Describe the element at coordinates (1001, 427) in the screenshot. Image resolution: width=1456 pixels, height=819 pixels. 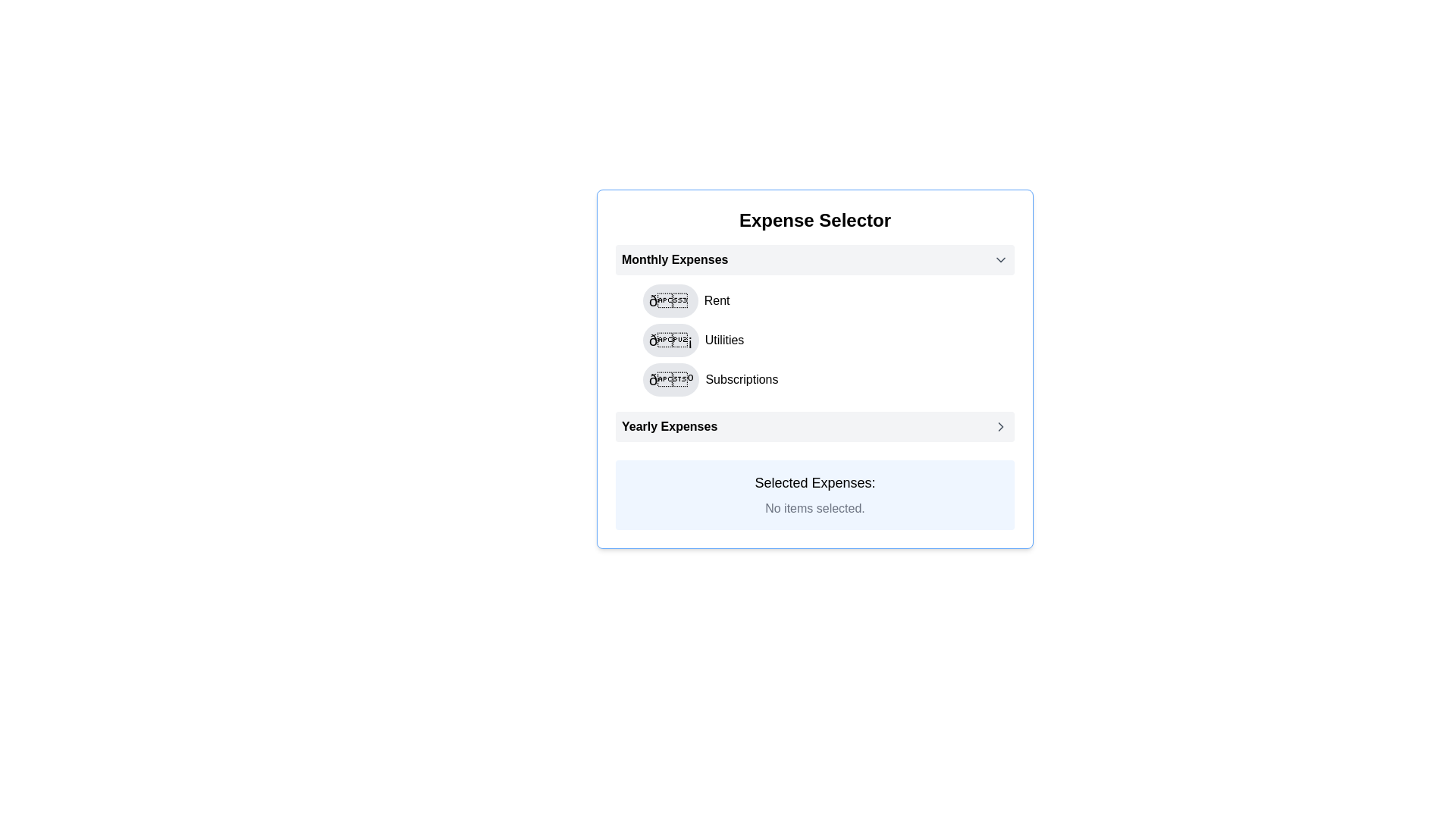
I see `the Right-facing Chevron Icon located at the right end of the 'Yearly Expenses' row in the Expense Selector interface` at that location.